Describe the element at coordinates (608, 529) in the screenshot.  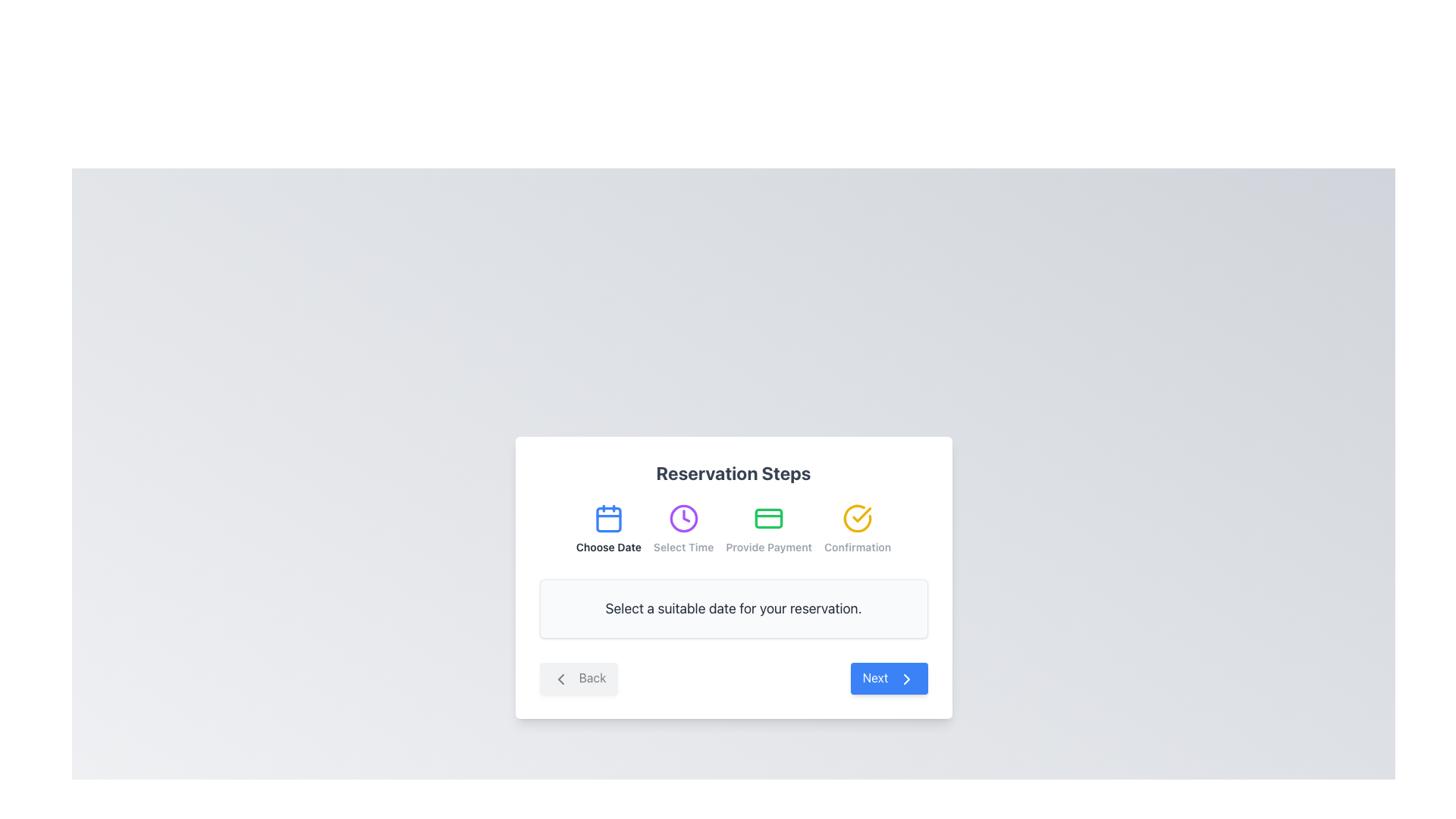
I see `the 'Choose Date' label with a calendar icon, which is the first element in the 'Reservation Steps' section, located in the middle-left area of the step navigation row` at that location.